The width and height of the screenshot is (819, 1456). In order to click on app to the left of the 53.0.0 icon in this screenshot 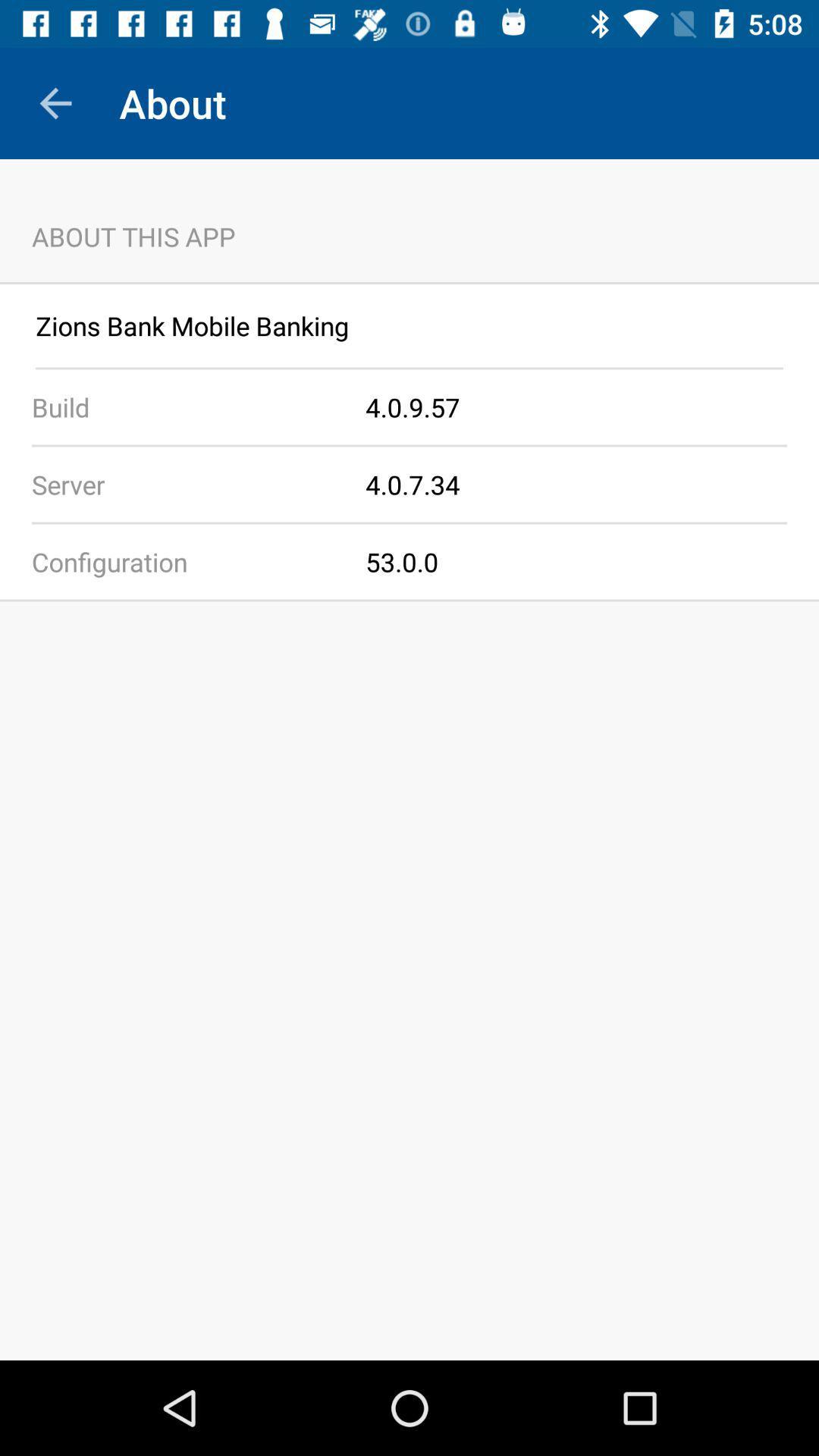, I will do `click(182, 560)`.